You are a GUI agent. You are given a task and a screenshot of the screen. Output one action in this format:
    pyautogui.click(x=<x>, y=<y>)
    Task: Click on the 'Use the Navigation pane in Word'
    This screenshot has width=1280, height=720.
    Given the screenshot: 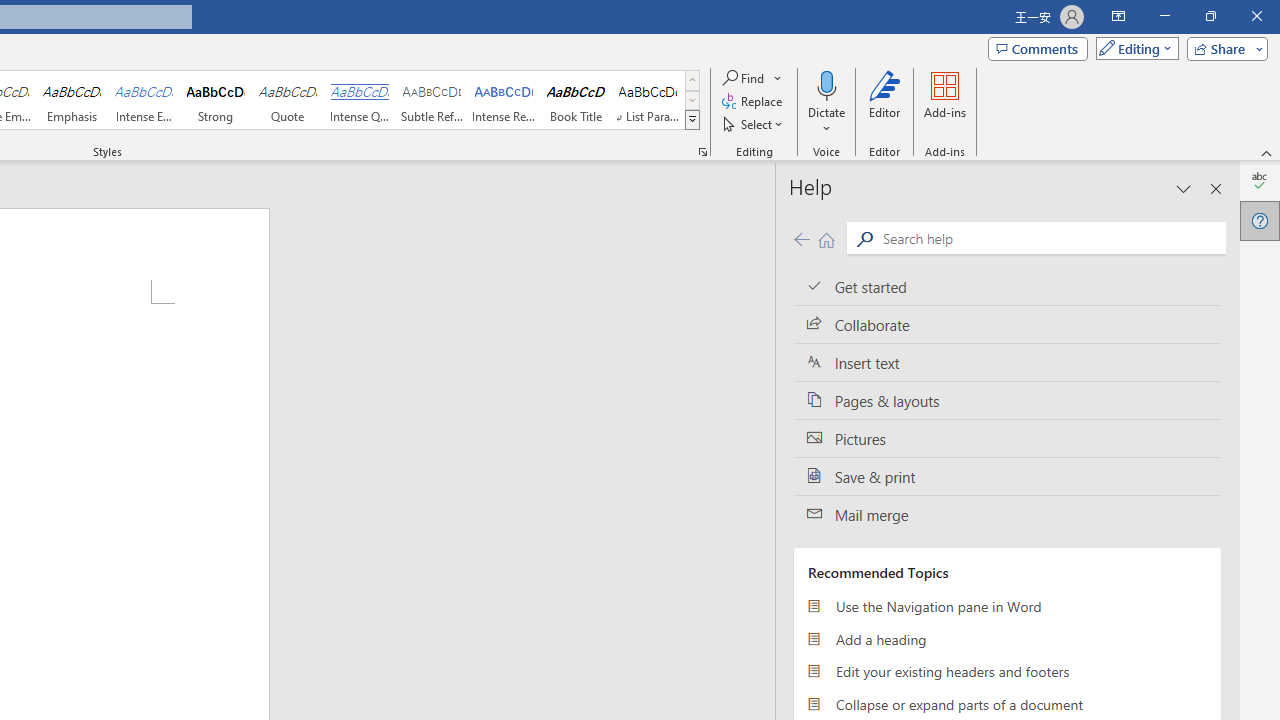 What is the action you would take?
    pyautogui.click(x=1007, y=605)
    